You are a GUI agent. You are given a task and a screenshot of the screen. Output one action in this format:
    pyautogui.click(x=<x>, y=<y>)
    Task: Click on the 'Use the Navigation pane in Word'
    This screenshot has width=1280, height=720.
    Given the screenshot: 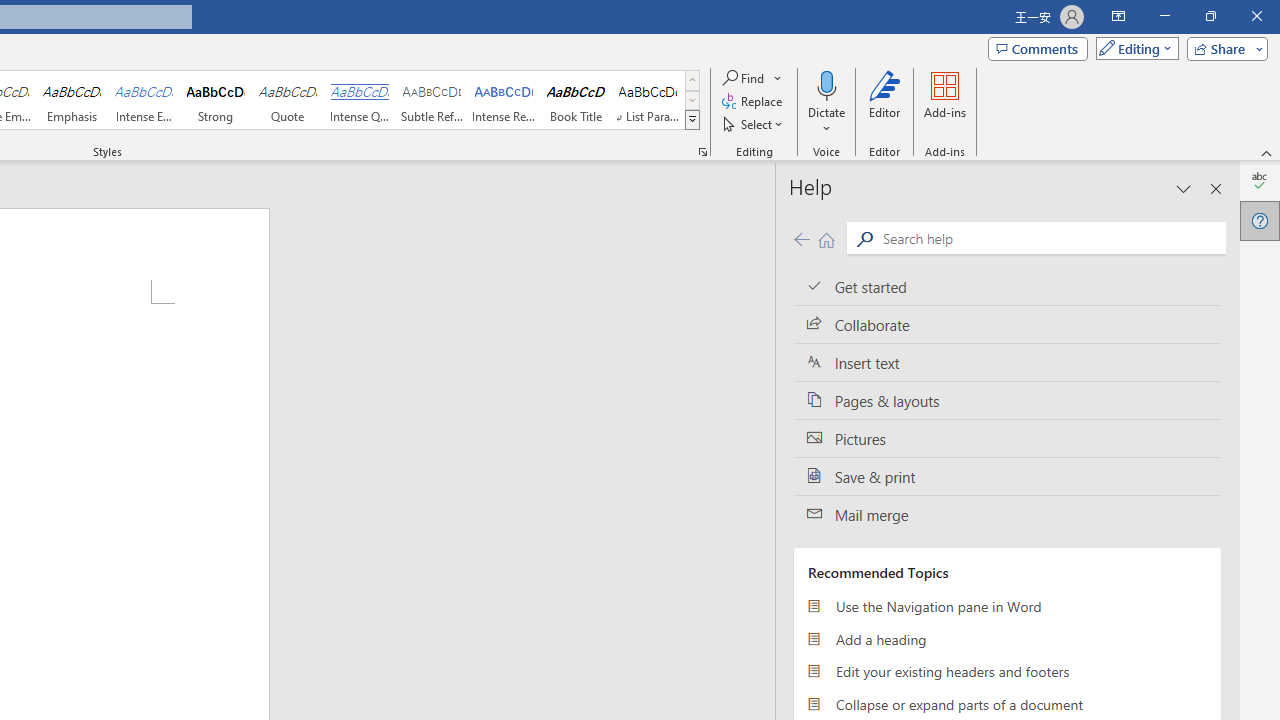 What is the action you would take?
    pyautogui.click(x=1007, y=605)
    